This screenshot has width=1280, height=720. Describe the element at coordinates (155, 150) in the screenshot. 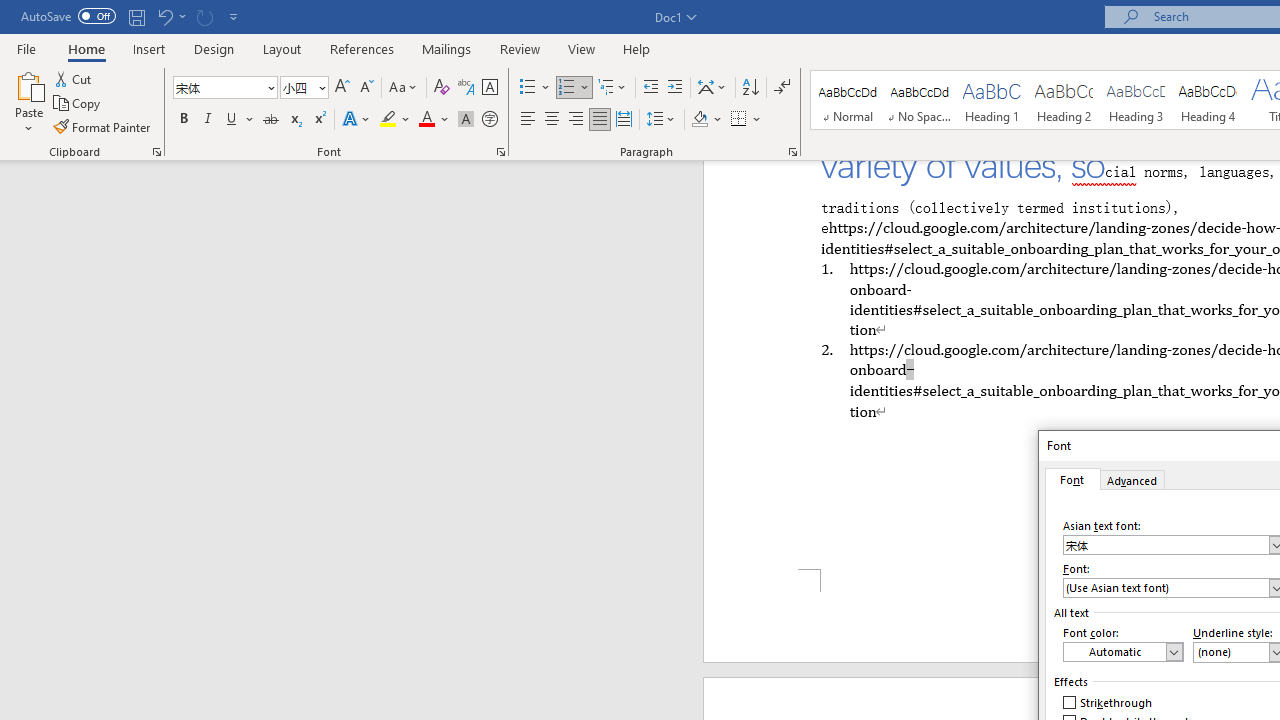

I see `'Office Clipboard...'` at that location.